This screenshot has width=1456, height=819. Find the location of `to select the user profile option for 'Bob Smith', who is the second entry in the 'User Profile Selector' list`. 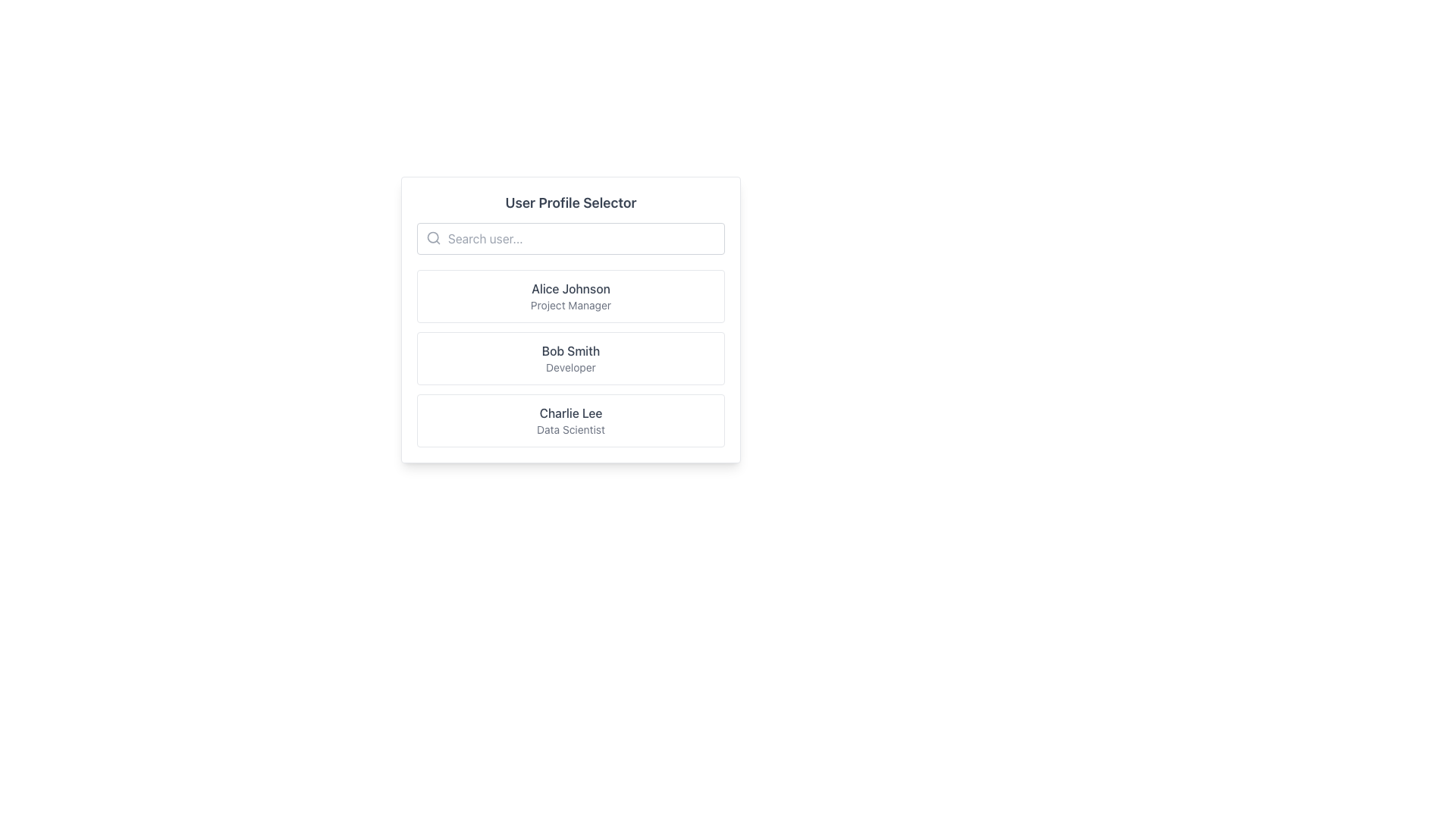

to select the user profile option for 'Bob Smith', who is the second entry in the 'User Profile Selector' list is located at coordinates (570, 359).